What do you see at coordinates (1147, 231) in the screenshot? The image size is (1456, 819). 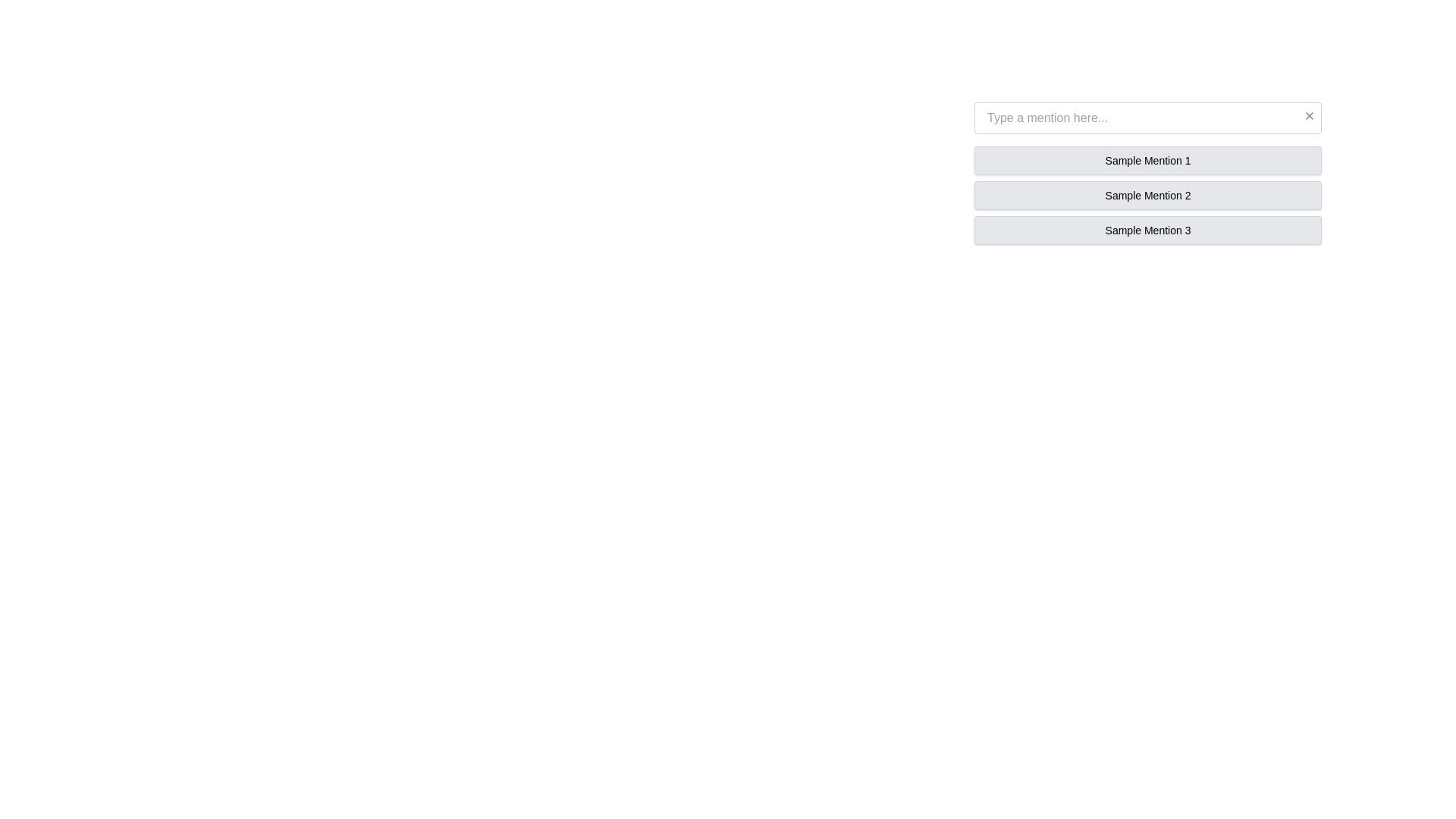 I see `the third button-like list item in the selectable options` at bounding box center [1147, 231].